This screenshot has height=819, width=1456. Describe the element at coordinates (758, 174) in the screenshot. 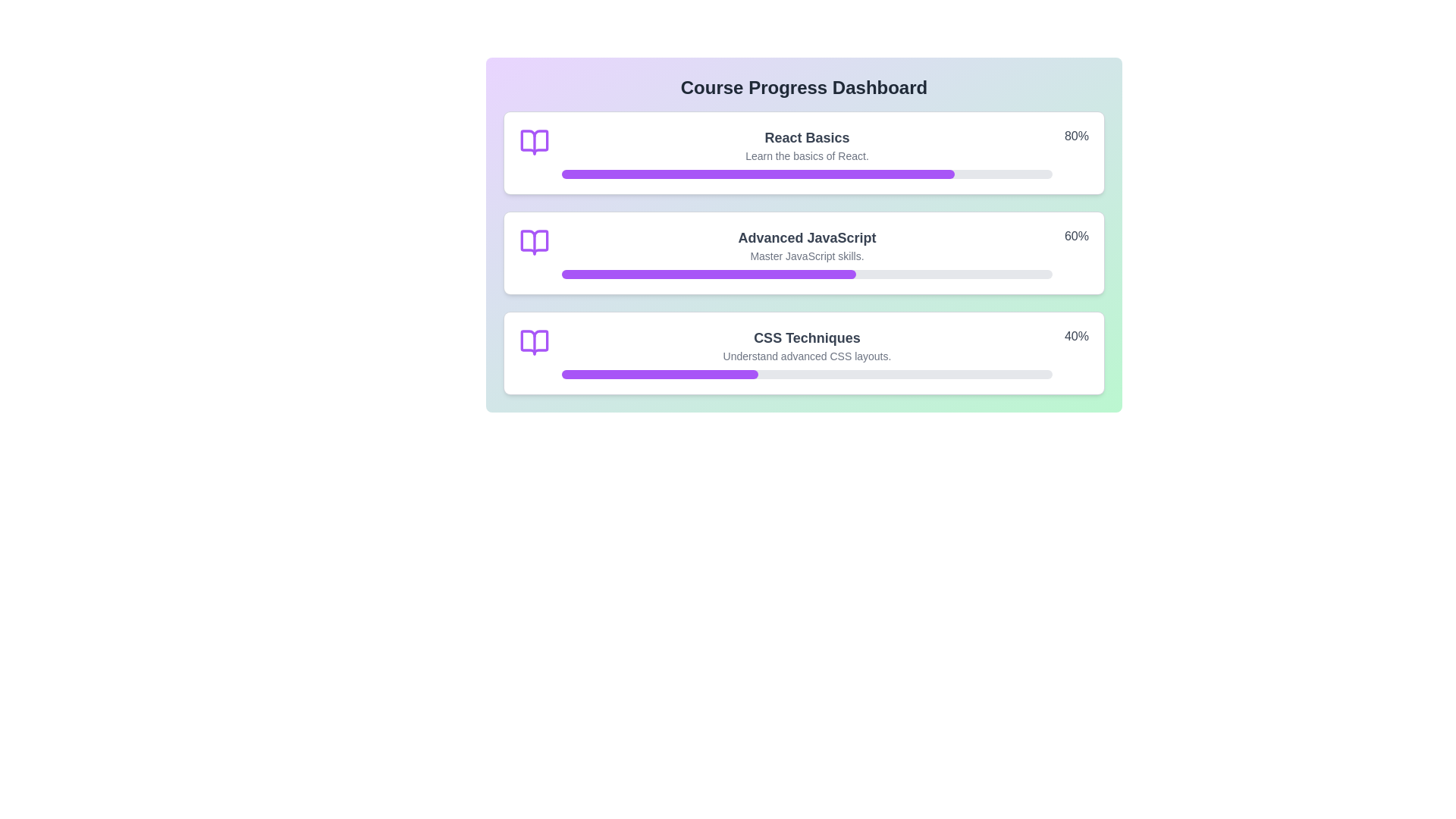

I see `the progress level of the purple progress bar located under the 'React Basics' course title in the Course Progress Dashboard` at that location.